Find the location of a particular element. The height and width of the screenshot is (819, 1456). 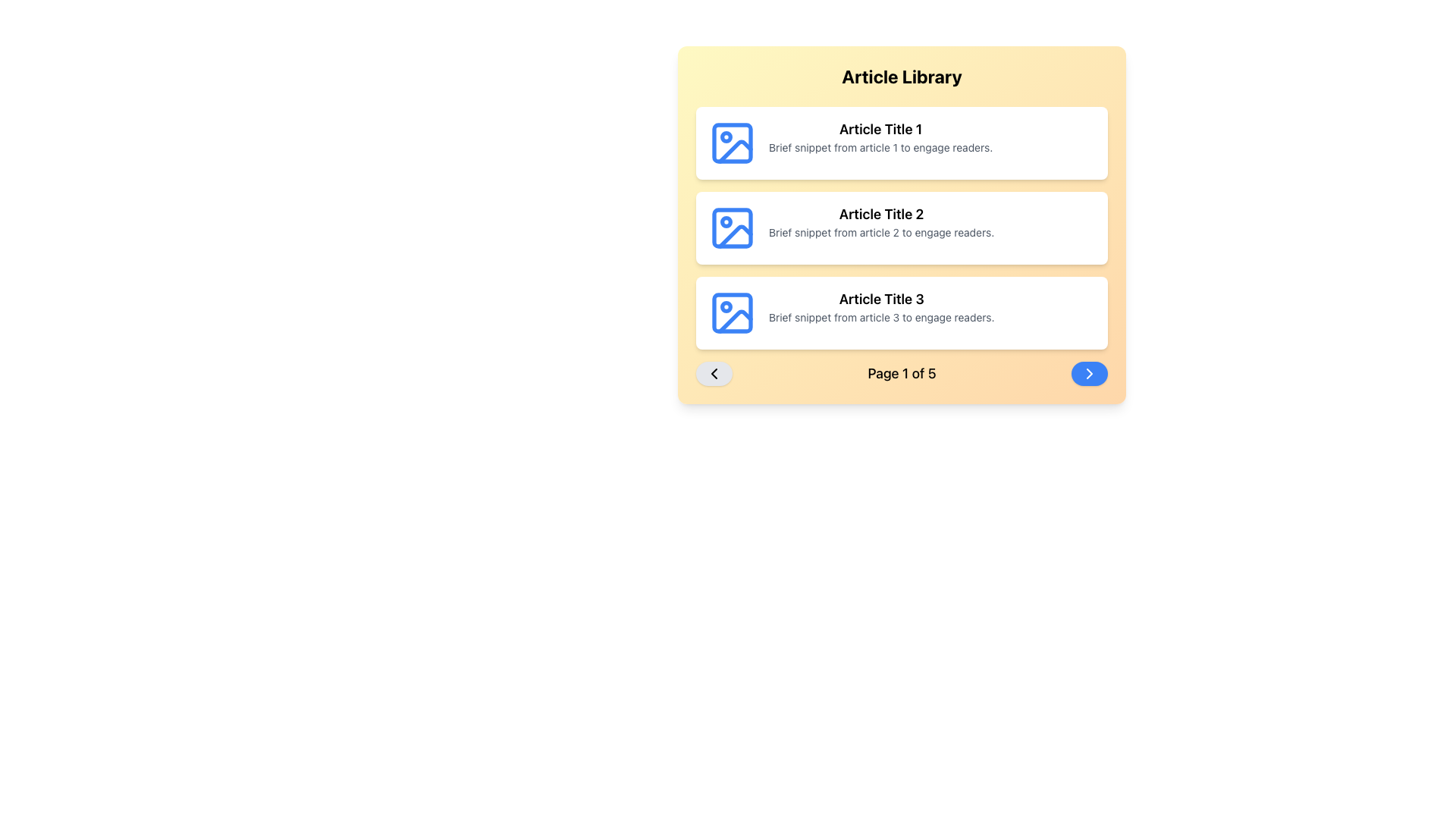

text snippet labeled 'Brief snippet from article 3 to engage readers.' located directly below 'Article Title 3' in the third article section of the 'Article Library' interface is located at coordinates (881, 317).